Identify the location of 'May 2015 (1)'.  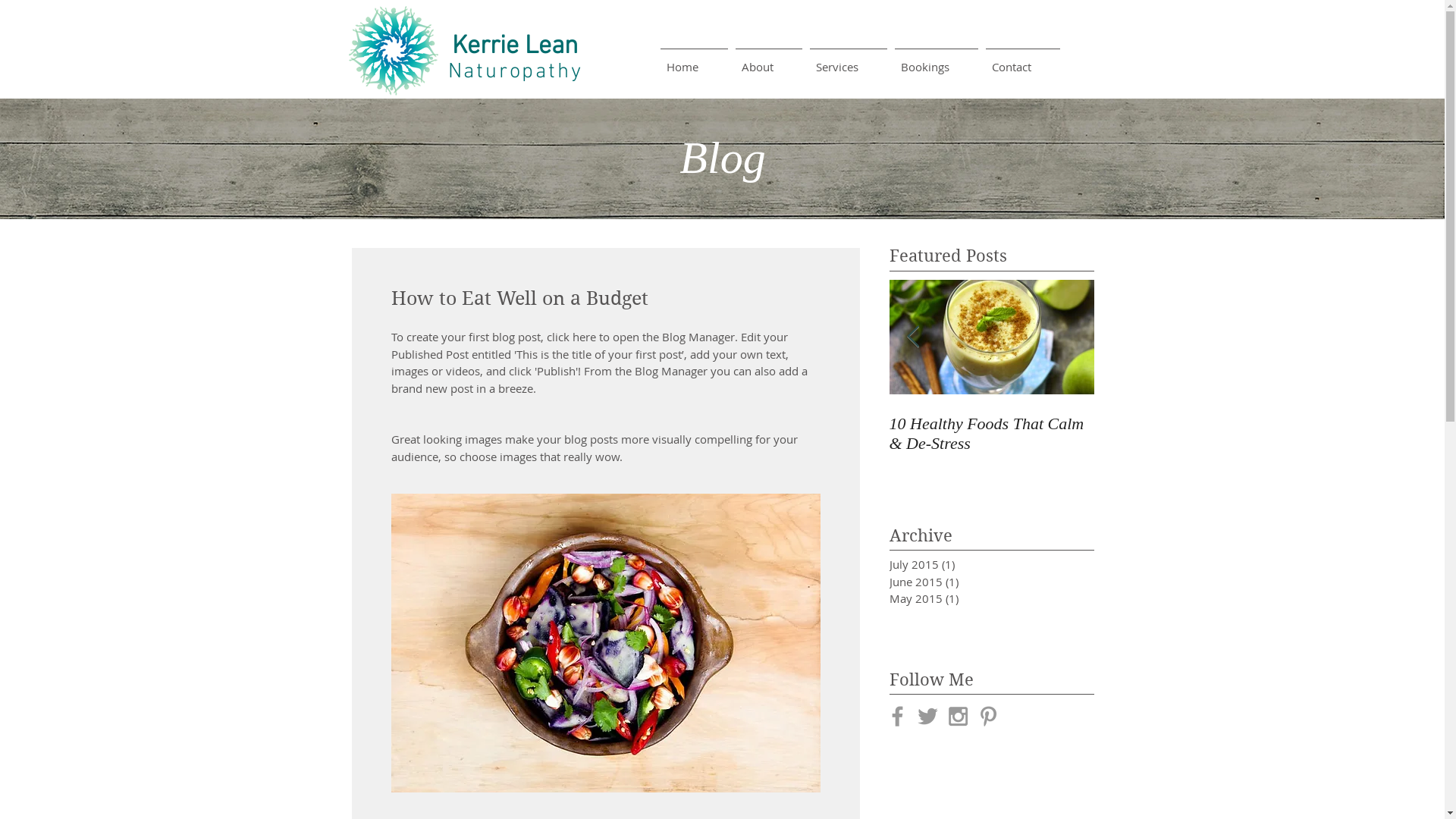
(967, 598).